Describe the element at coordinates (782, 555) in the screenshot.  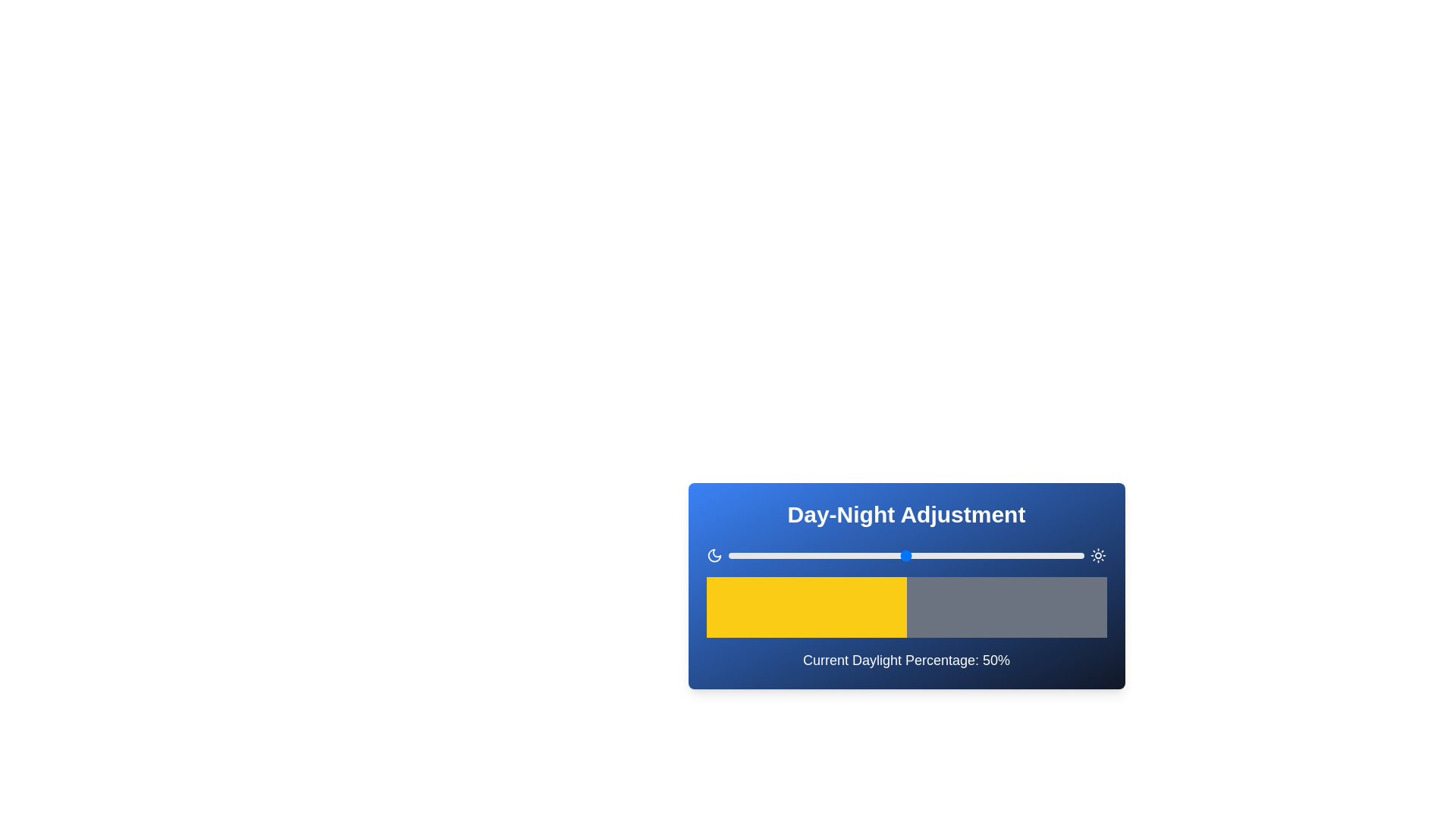
I see `the daylight percentage slider to 15%` at that location.